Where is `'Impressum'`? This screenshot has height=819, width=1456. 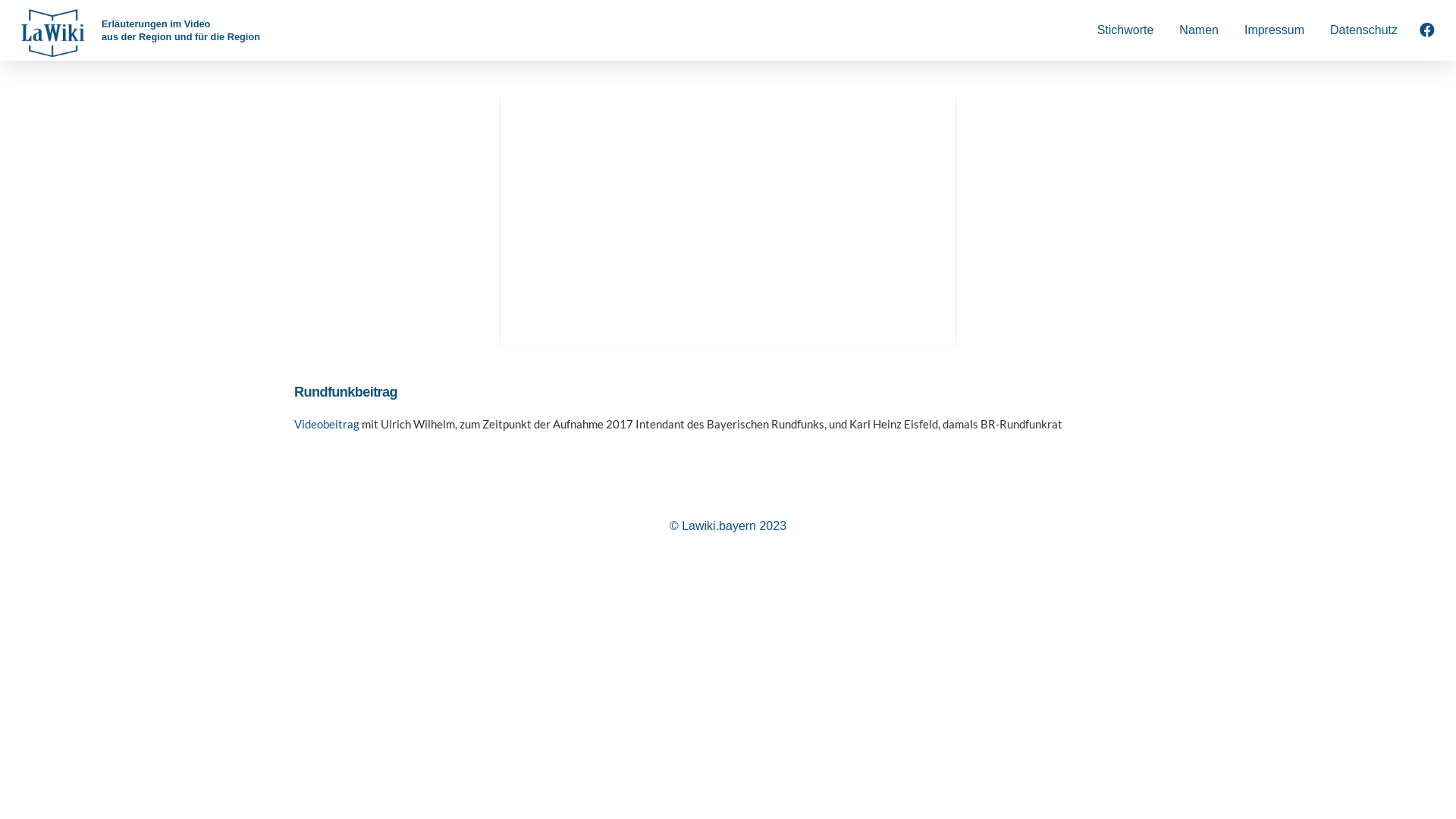 'Impressum' is located at coordinates (1274, 30).